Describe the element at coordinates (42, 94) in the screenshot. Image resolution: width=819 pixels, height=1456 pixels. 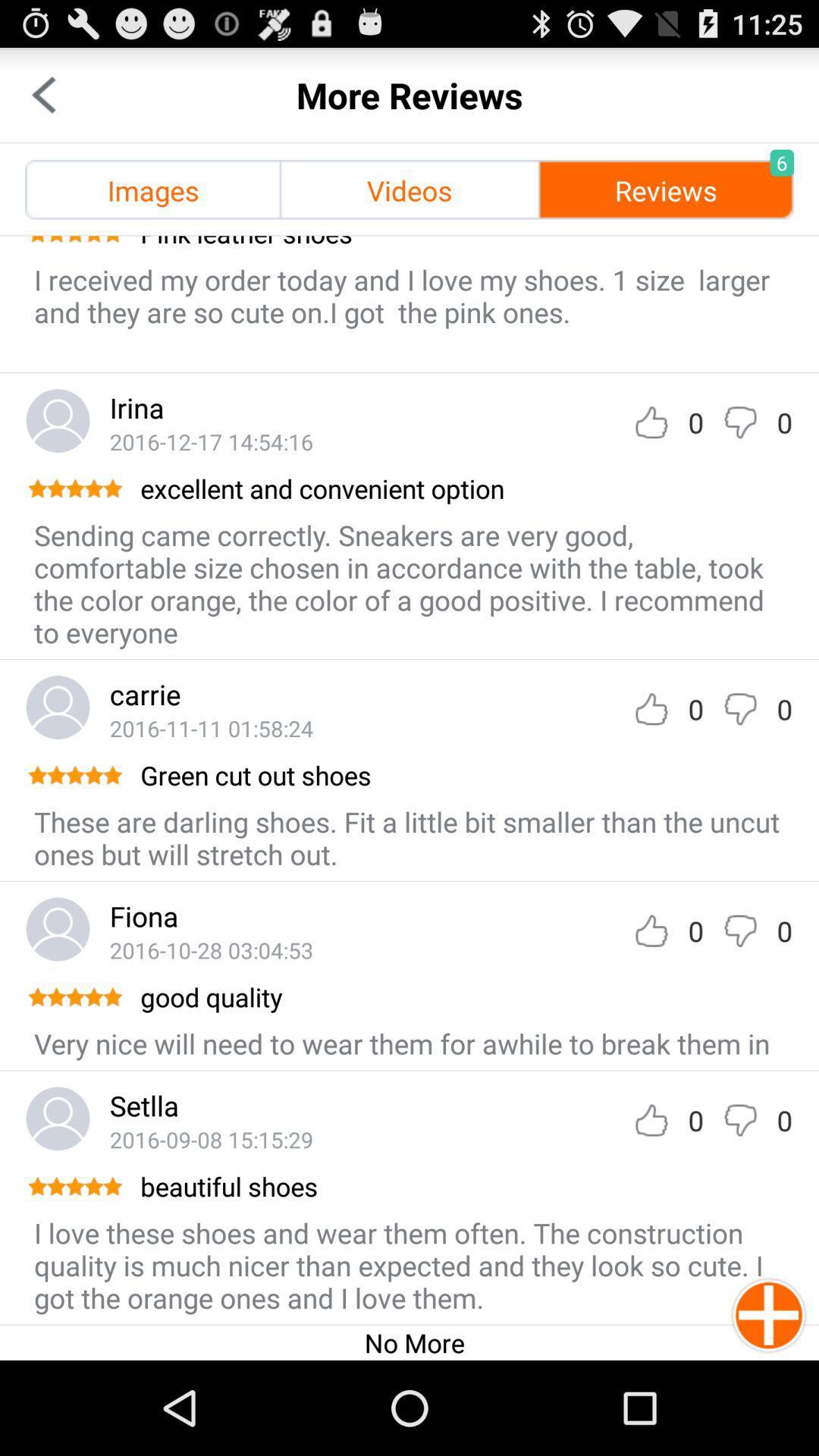
I see `go back` at that location.